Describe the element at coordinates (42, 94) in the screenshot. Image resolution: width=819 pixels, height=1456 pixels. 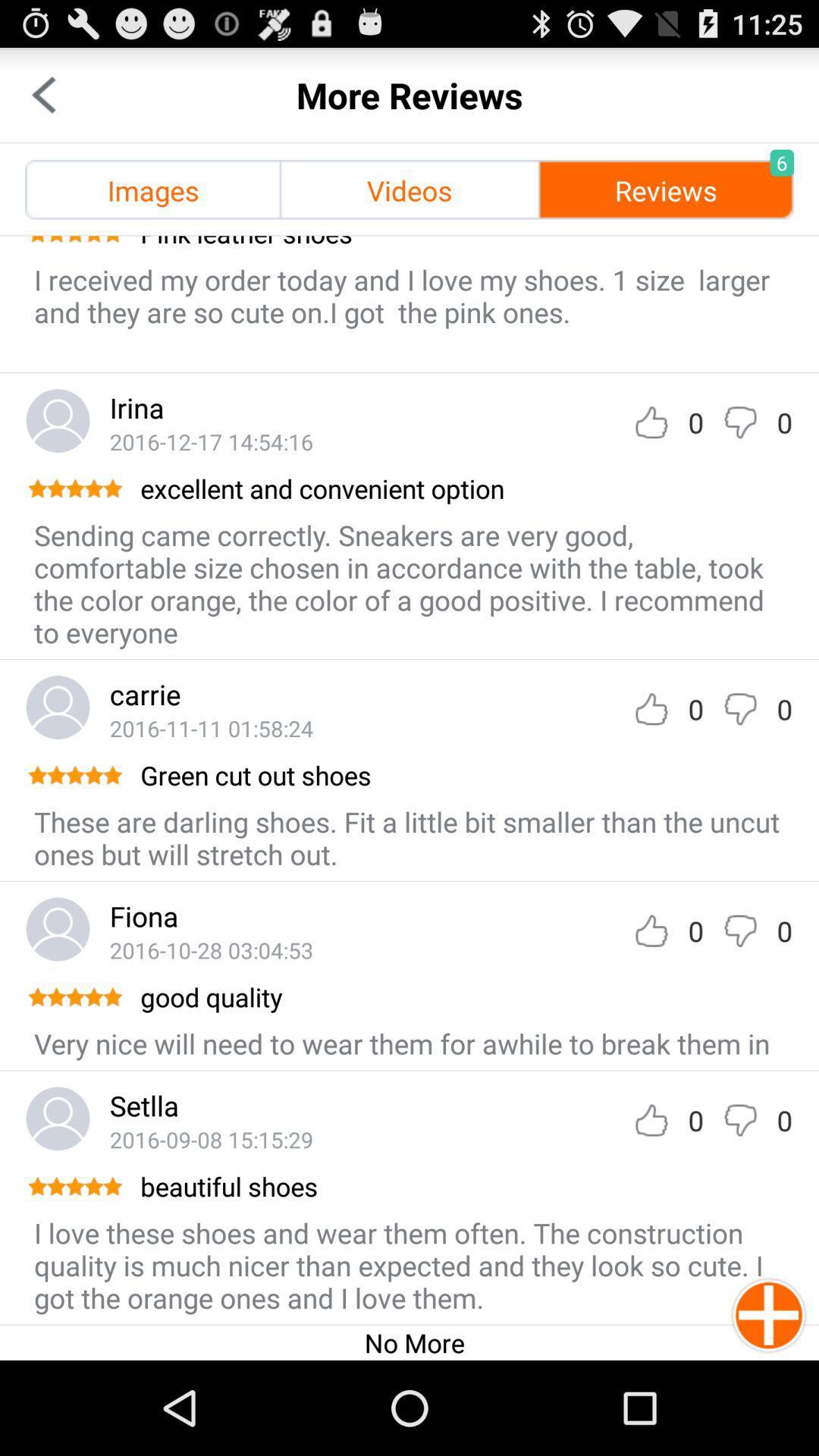
I see `go back` at that location.